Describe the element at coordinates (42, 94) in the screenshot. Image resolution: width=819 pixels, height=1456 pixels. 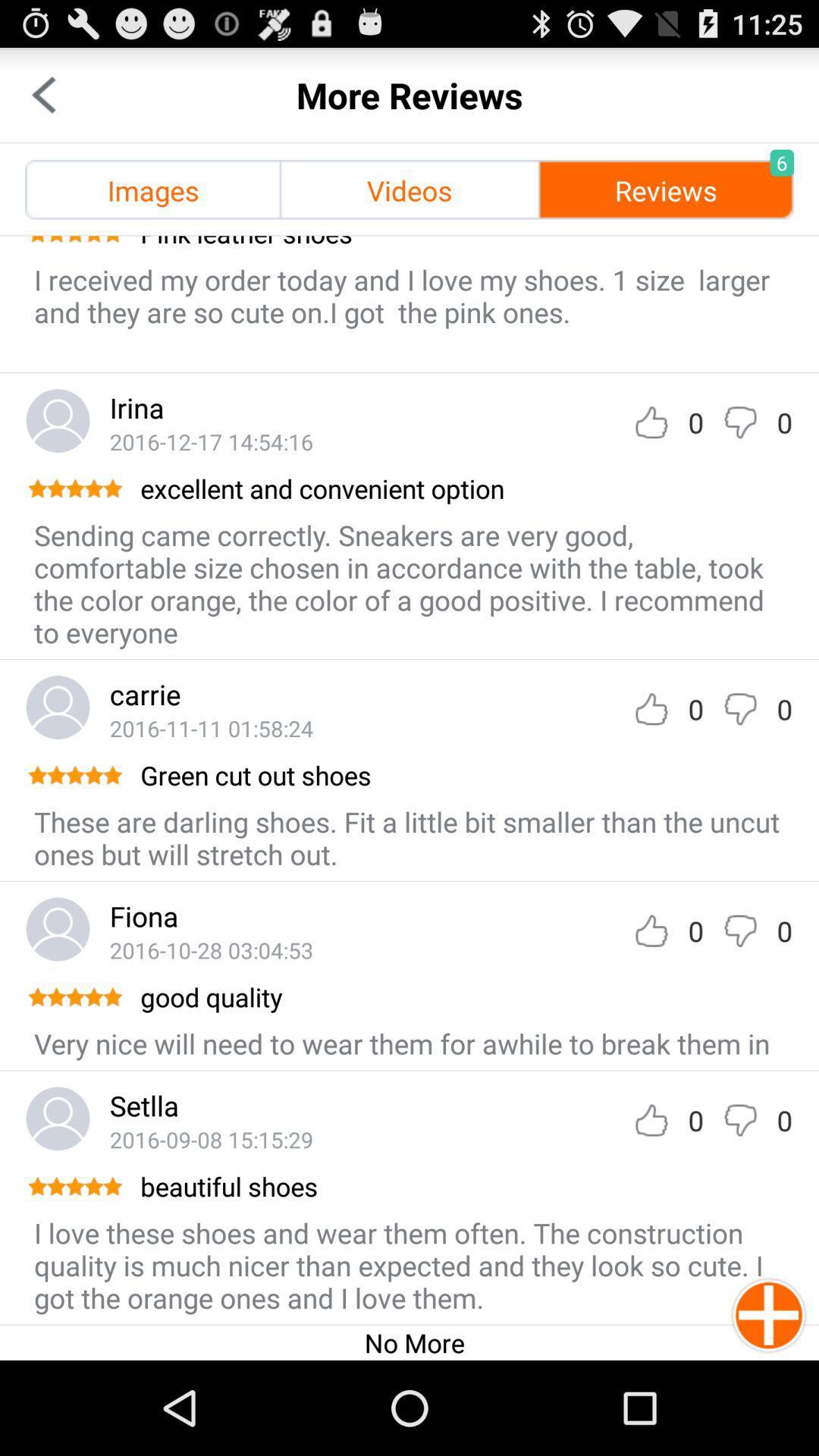
I see `go back` at that location.